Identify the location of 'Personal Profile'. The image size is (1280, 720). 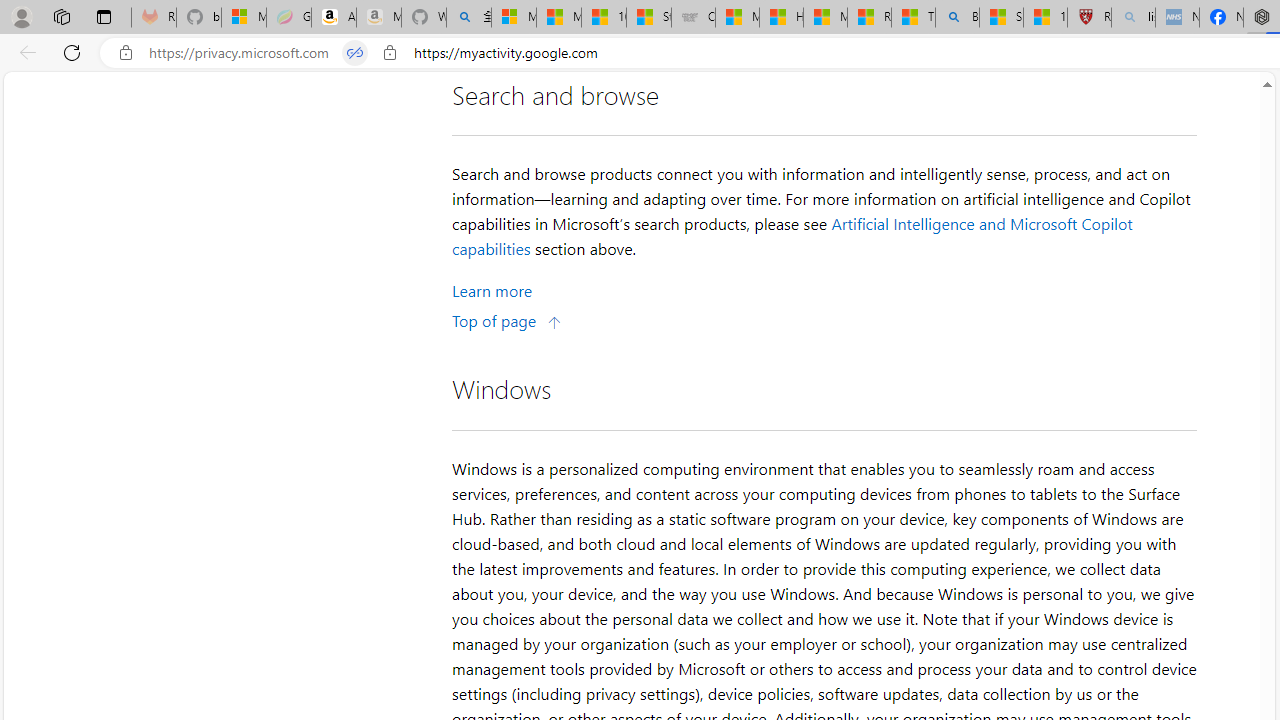
(21, 16).